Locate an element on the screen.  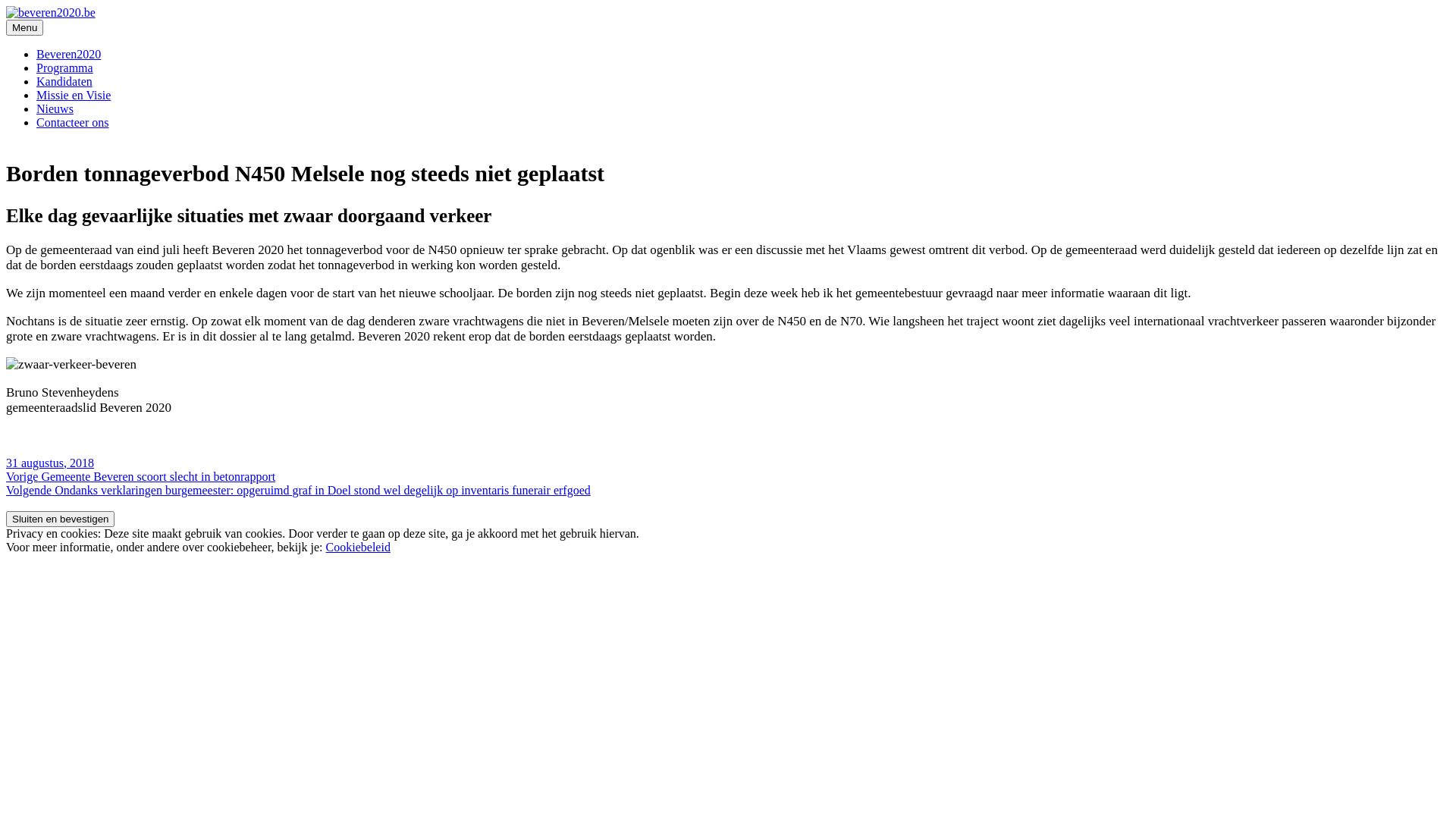
'Cookiebeleid' is located at coordinates (357, 547).